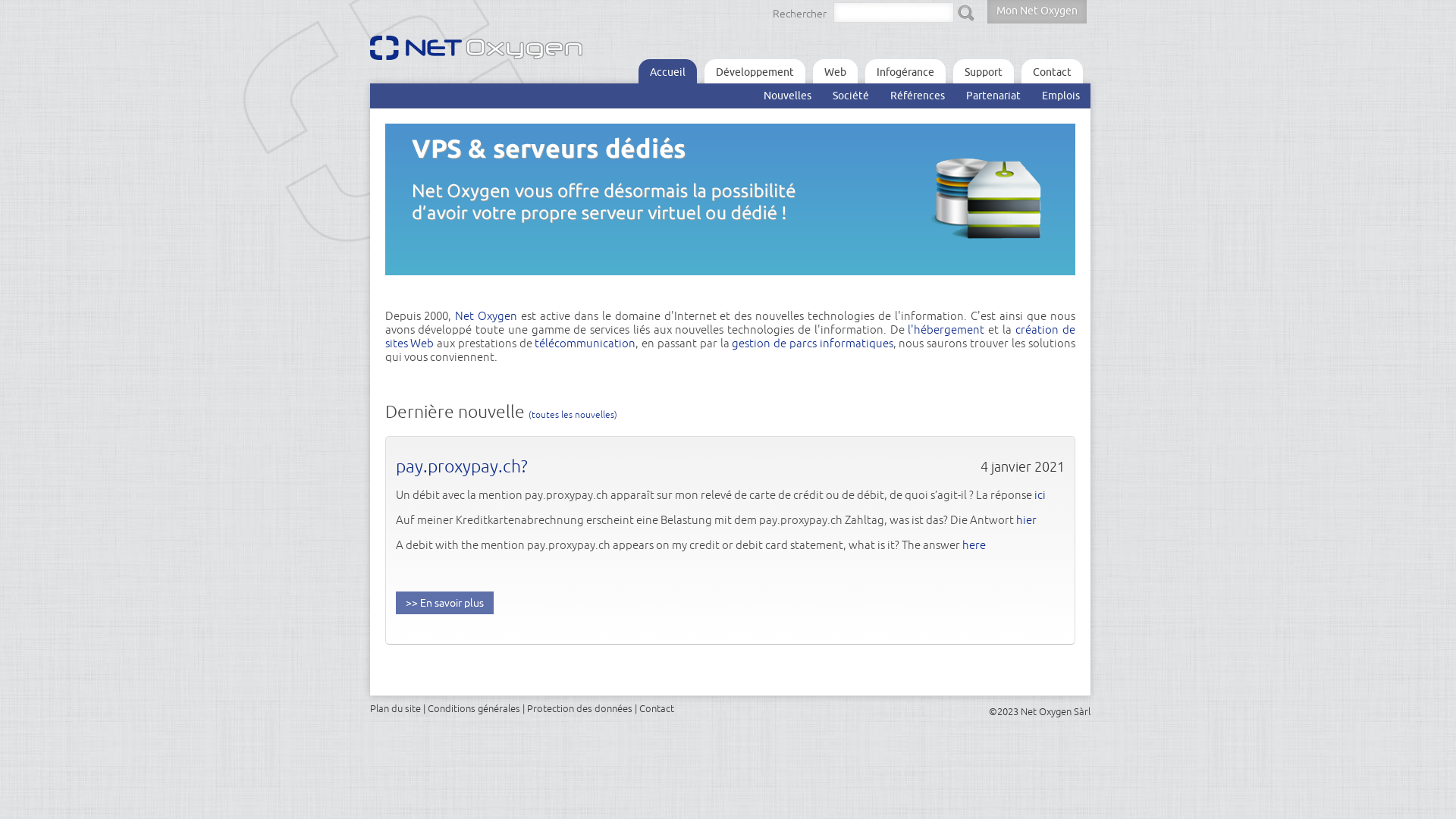 This screenshot has height=819, width=1456. I want to click on 'gestion de parcs informatiques', so click(731, 343).